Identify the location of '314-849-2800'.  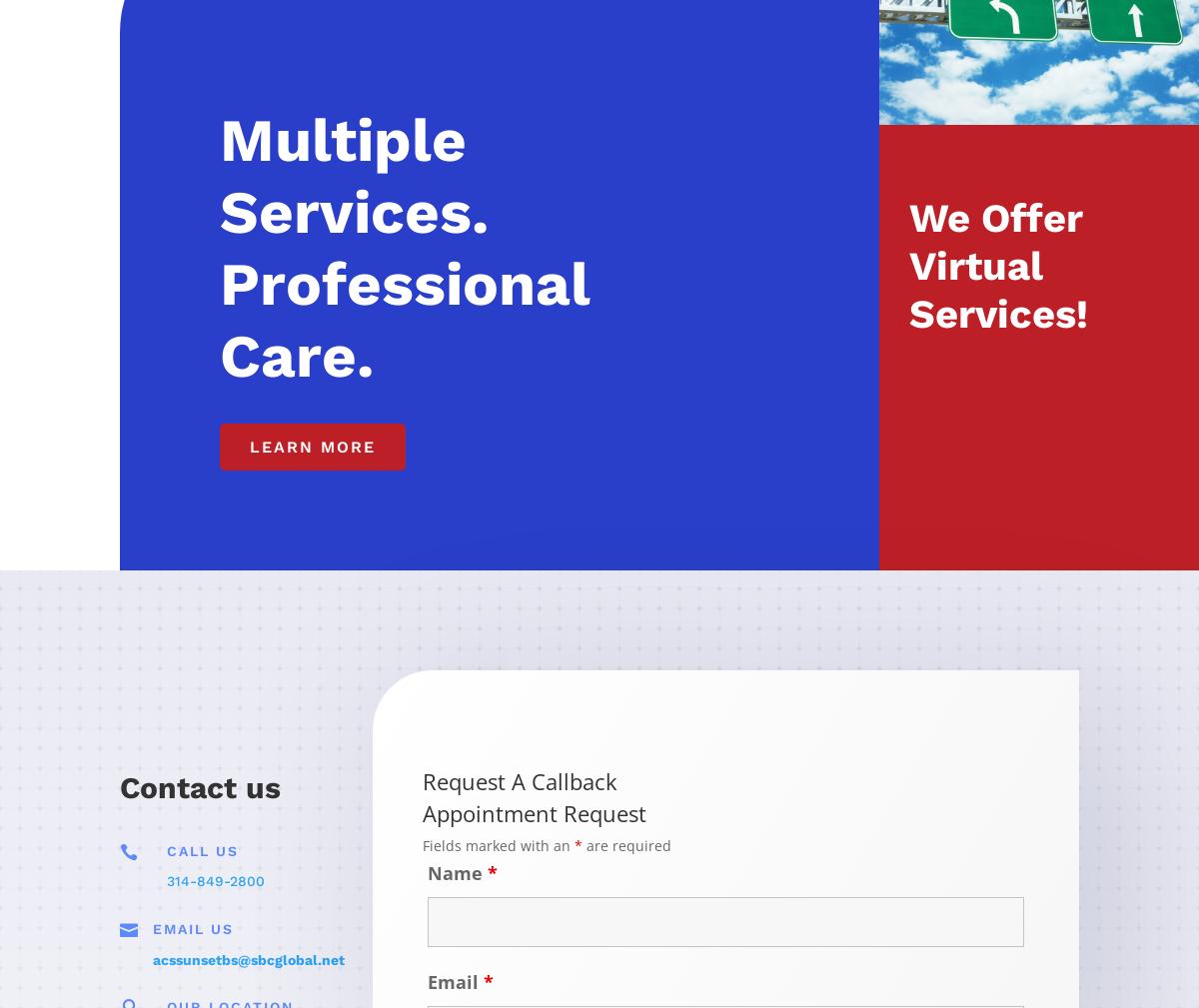
(215, 880).